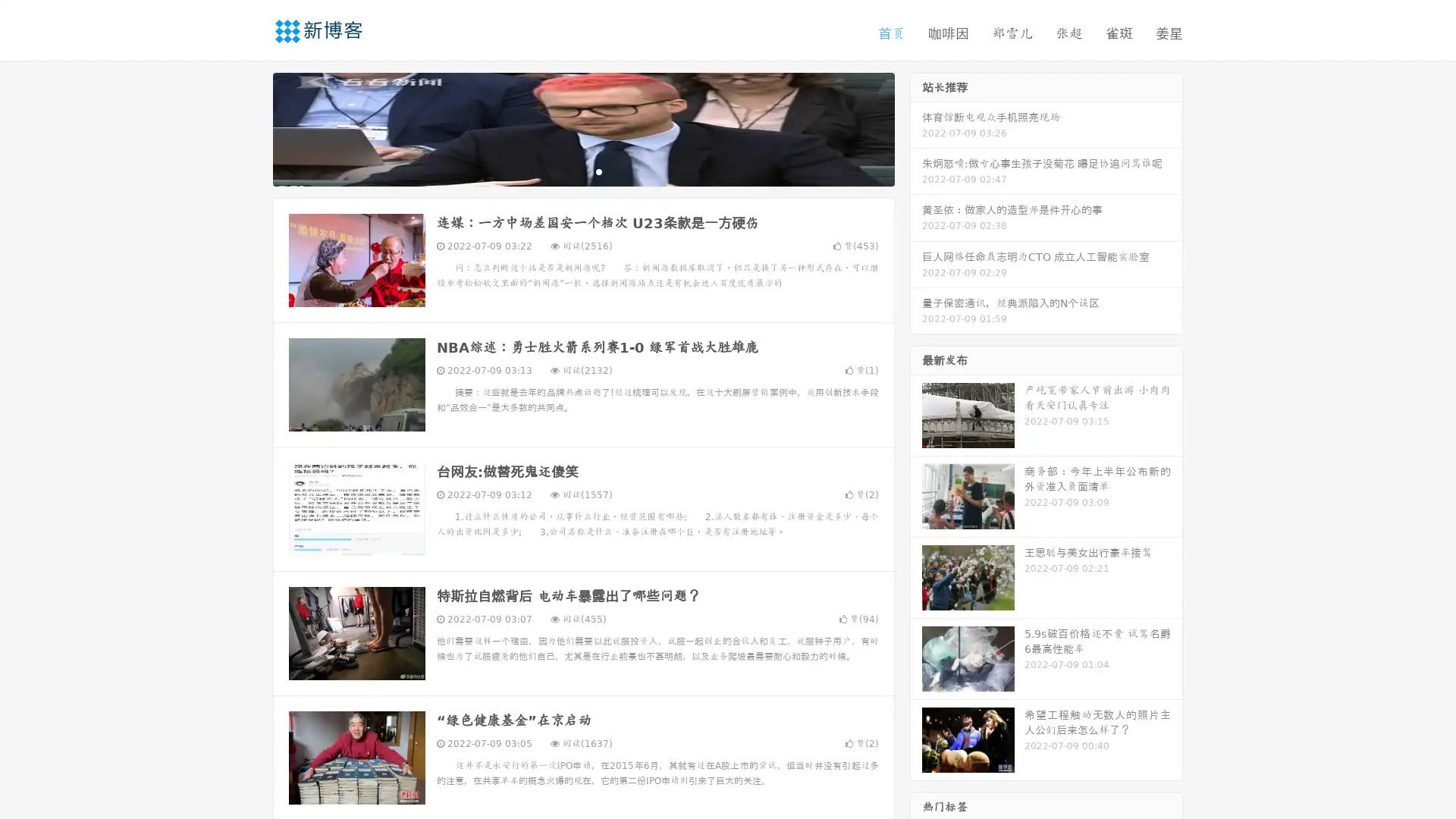 This screenshot has width=1456, height=819. Describe the element at coordinates (598, 171) in the screenshot. I see `Go to slide 3` at that location.